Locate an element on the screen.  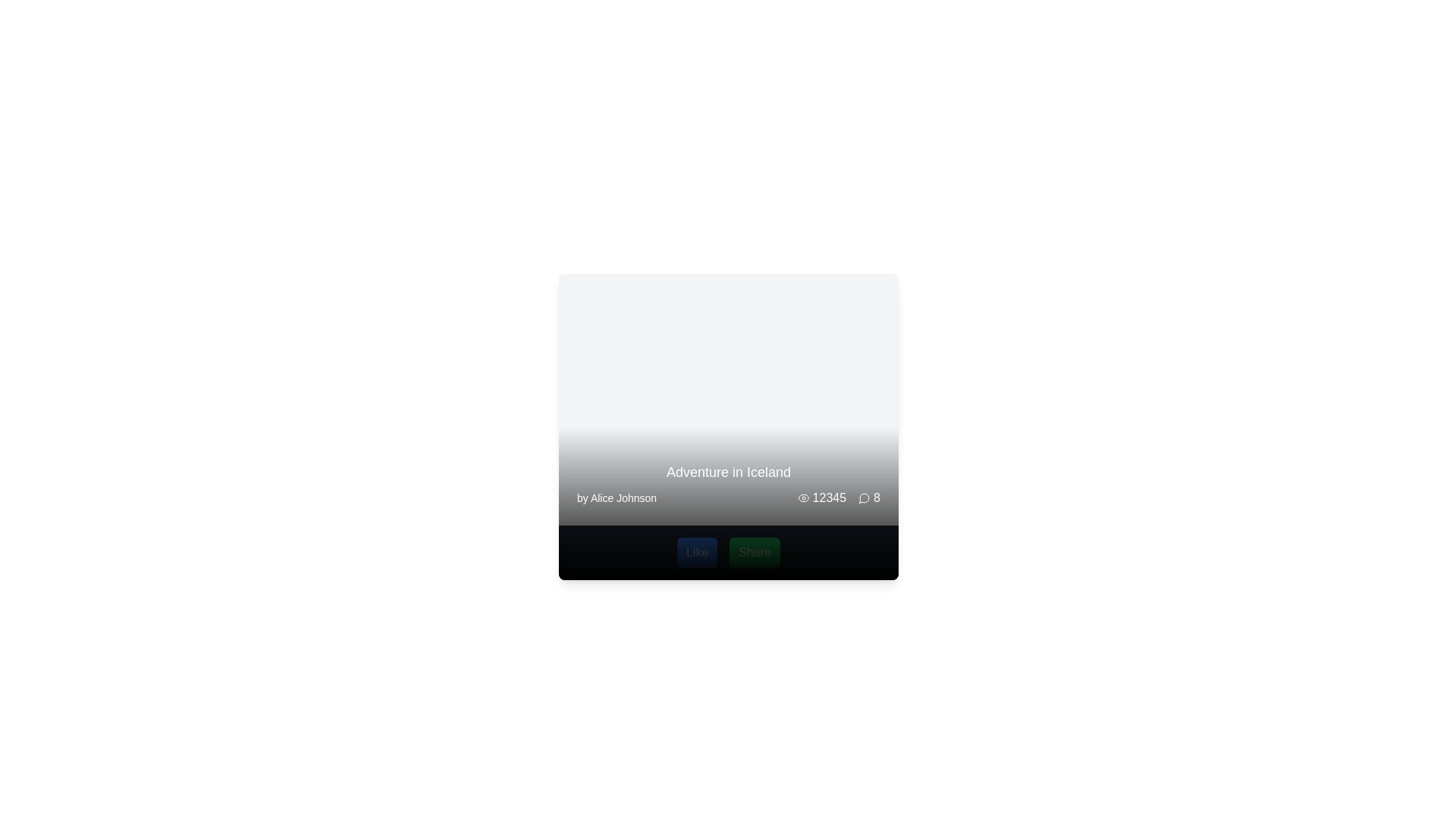
information displayed in the Banner/Information Panel titled 'Adventure in Iceland' by Alice Johnson, located at the bottom section of the card above the 'Like' and 'Share' buttons is located at coordinates (728, 485).